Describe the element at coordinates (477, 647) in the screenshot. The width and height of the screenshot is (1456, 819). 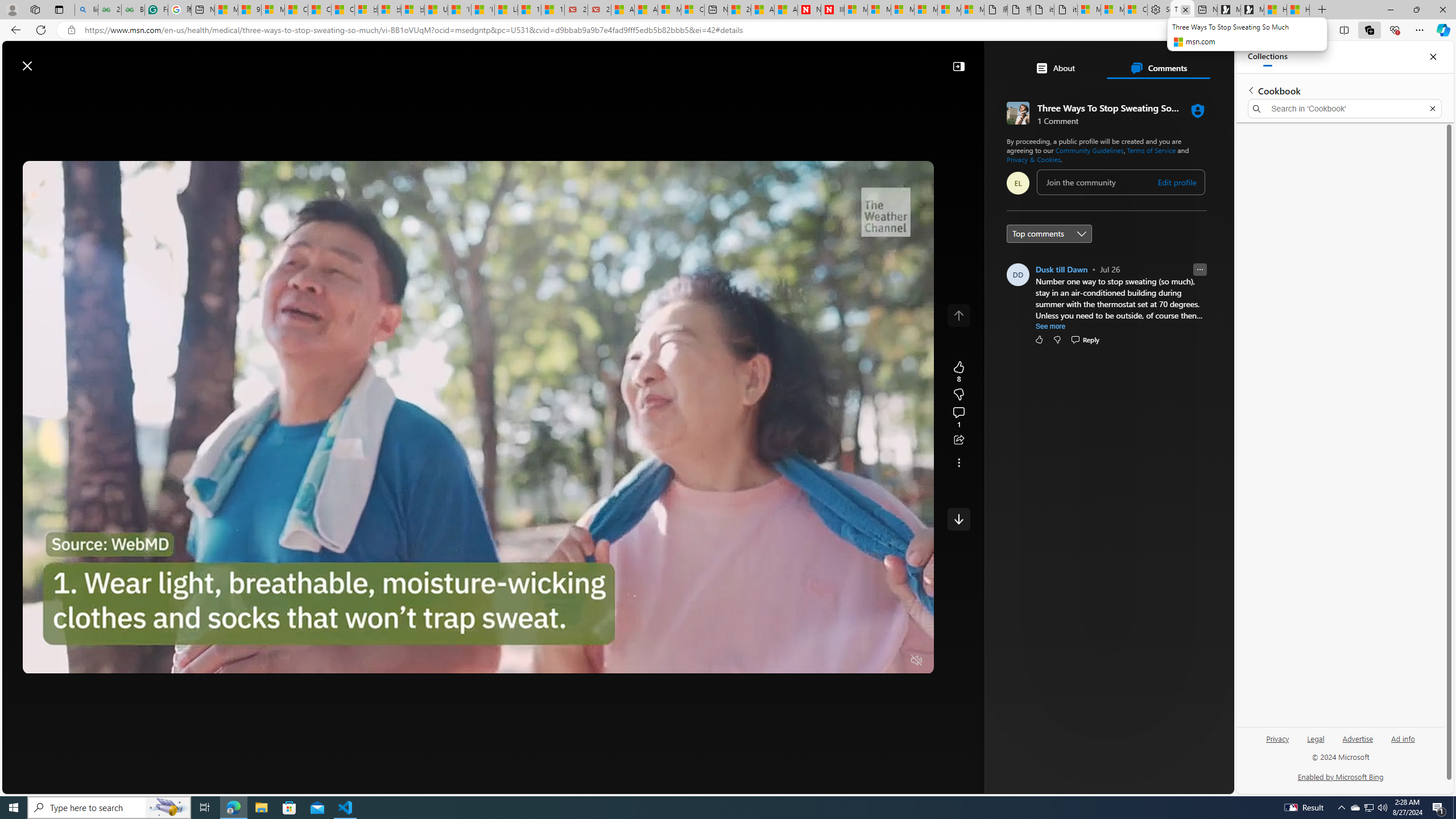
I see `'Progress Bar'` at that location.